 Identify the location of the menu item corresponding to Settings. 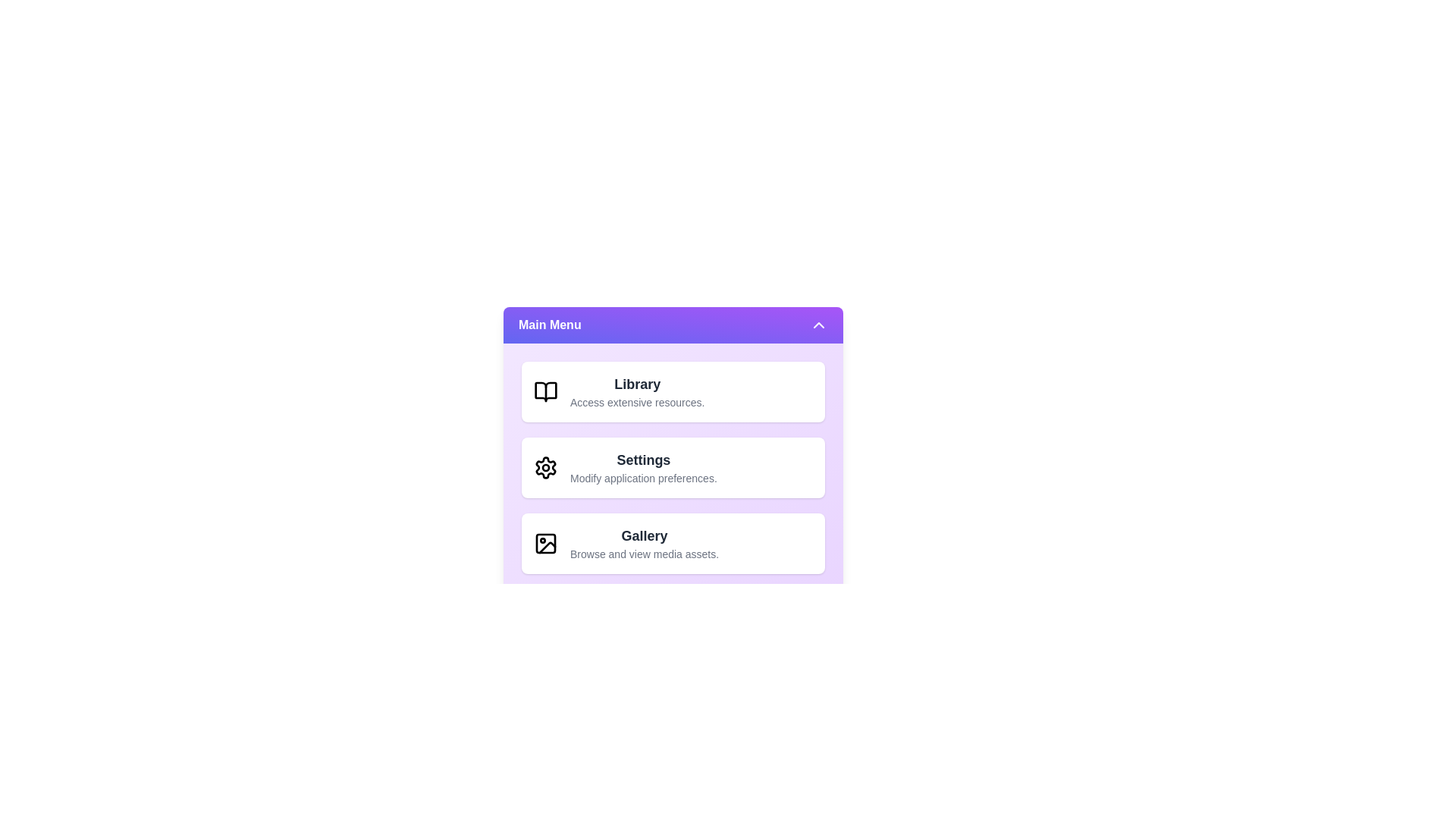
(673, 467).